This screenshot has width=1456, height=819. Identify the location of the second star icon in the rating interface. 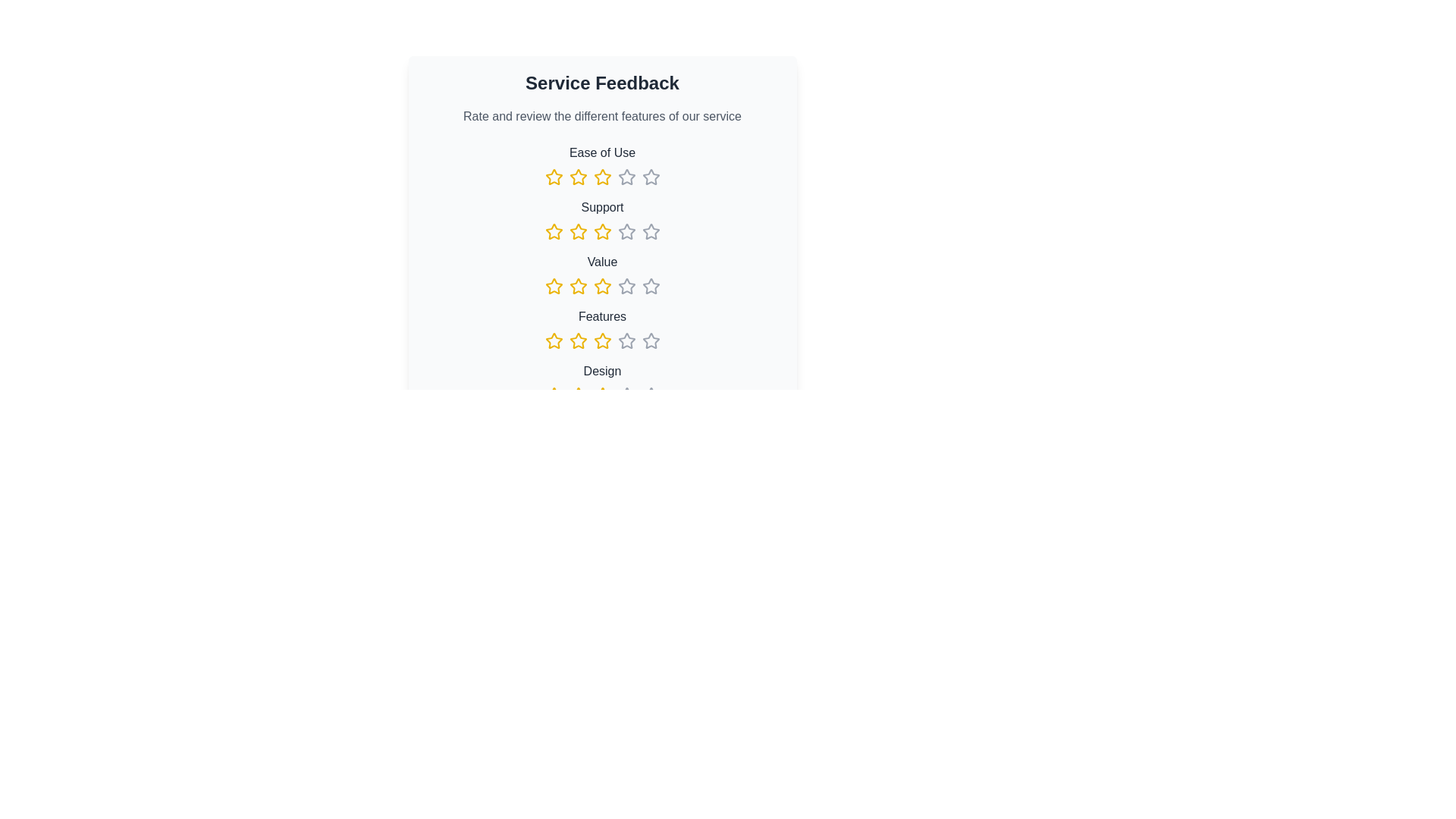
(553, 286).